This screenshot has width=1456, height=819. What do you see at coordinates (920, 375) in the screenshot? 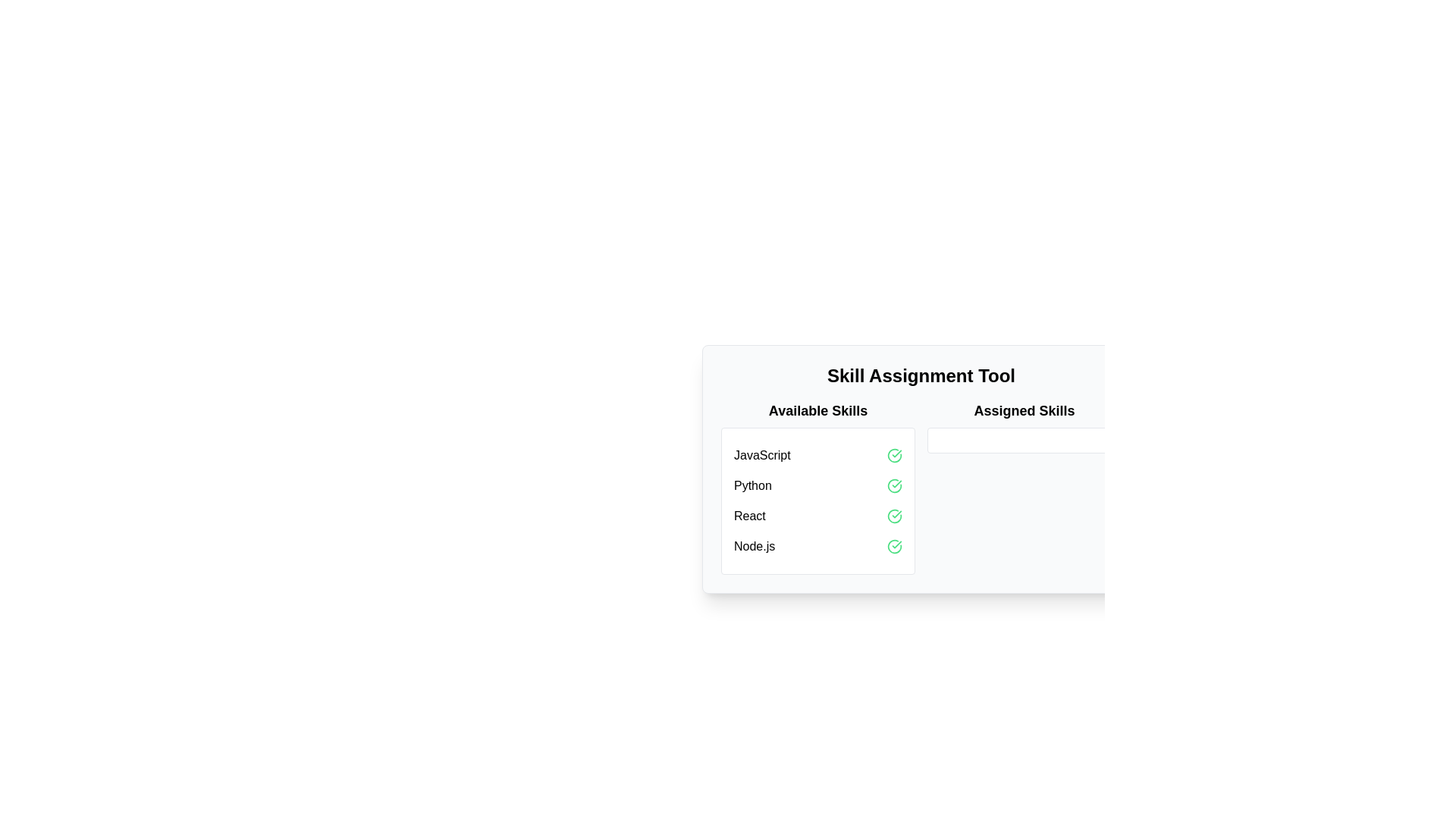
I see `the prominently styled heading text element displaying 'Skill Assignment Tool', which is located at the top center of its bordered and shadowed panel` at bounding box center [920, 375].